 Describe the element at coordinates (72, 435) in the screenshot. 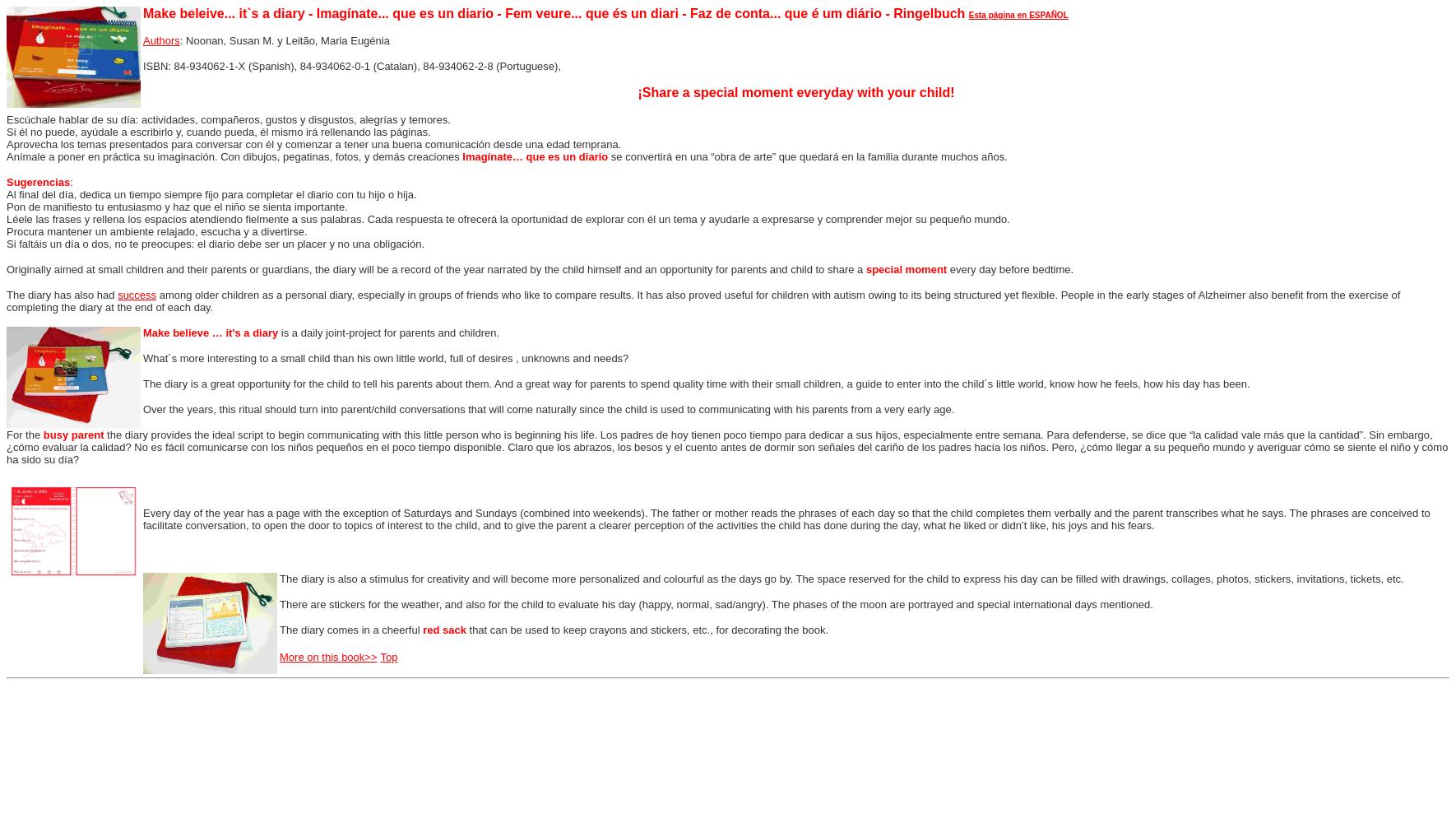

I see `'busy parent'` at that location.